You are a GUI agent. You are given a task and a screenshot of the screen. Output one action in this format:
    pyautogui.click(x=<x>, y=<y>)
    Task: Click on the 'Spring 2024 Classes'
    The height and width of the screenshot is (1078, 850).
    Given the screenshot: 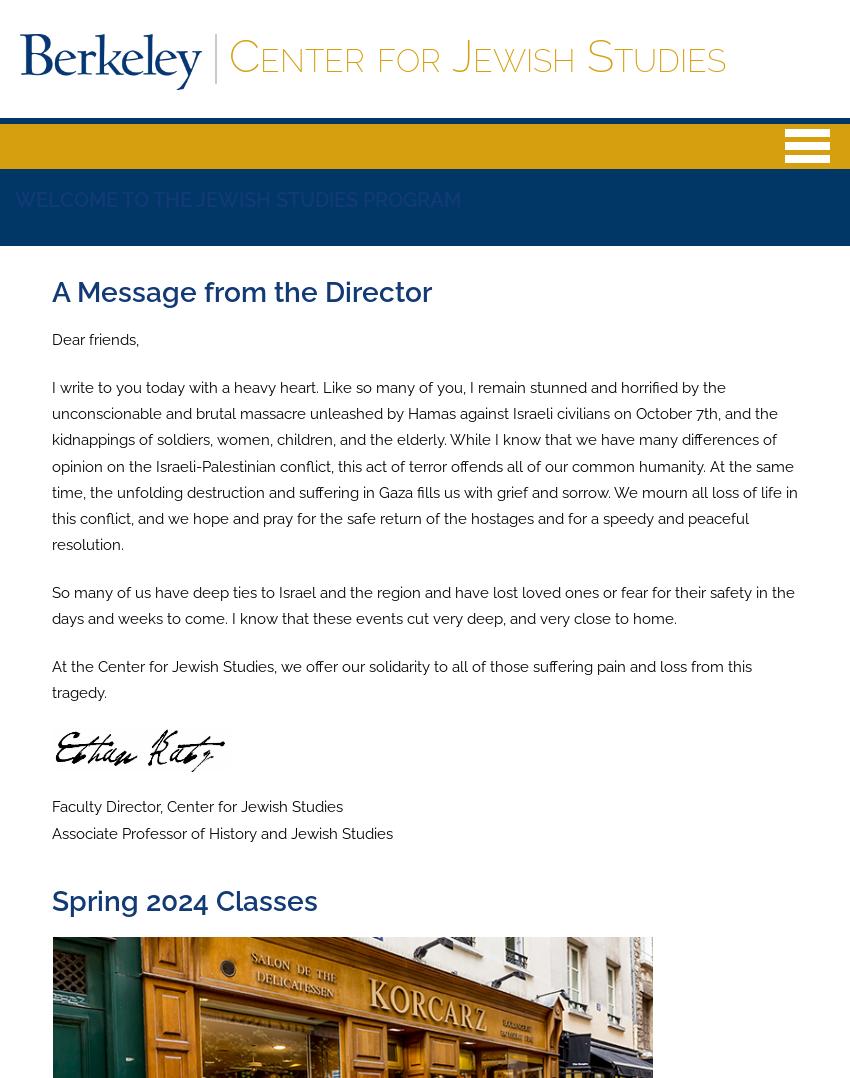 What is the action you would take?
    pyautogui.click(x=183, y=900)
    